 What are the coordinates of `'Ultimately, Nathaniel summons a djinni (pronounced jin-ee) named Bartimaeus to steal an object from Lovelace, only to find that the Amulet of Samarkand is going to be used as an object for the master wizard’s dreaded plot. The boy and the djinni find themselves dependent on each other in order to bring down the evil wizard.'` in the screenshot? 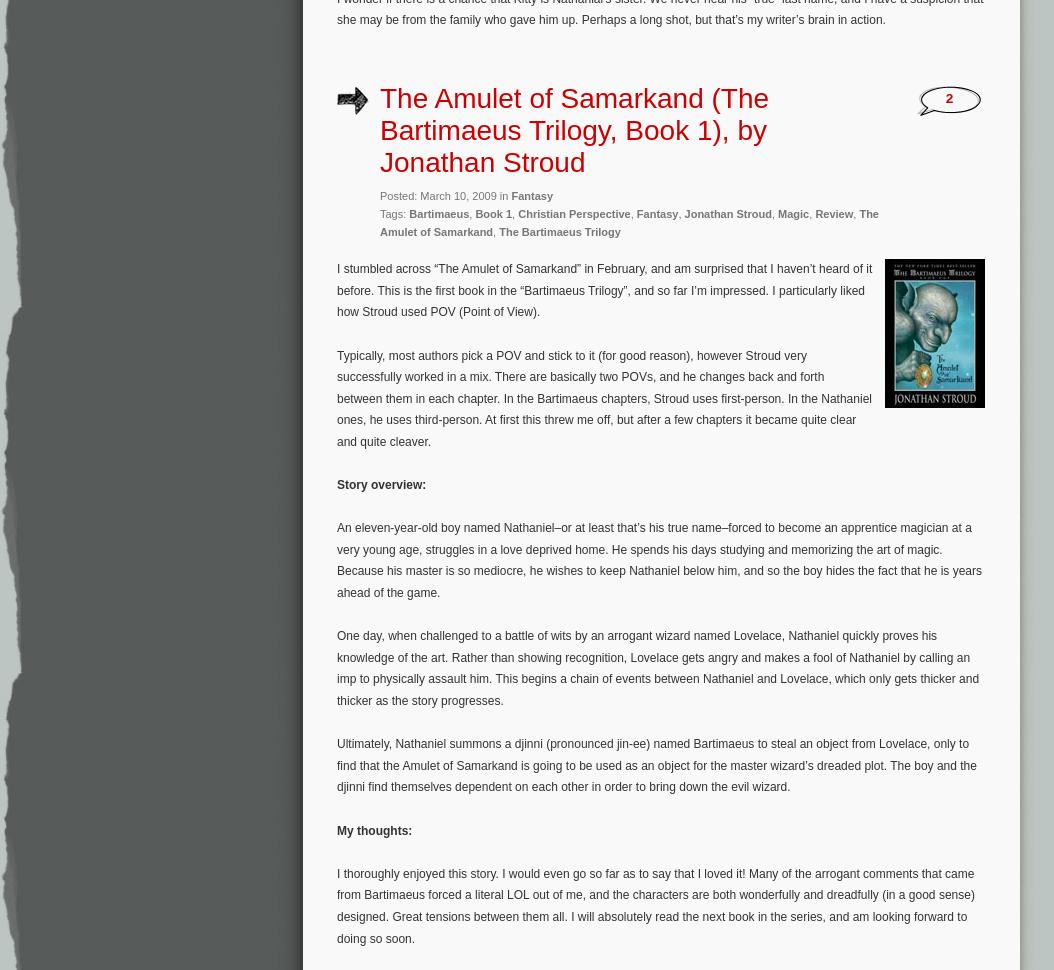 It's located at (656, 764).